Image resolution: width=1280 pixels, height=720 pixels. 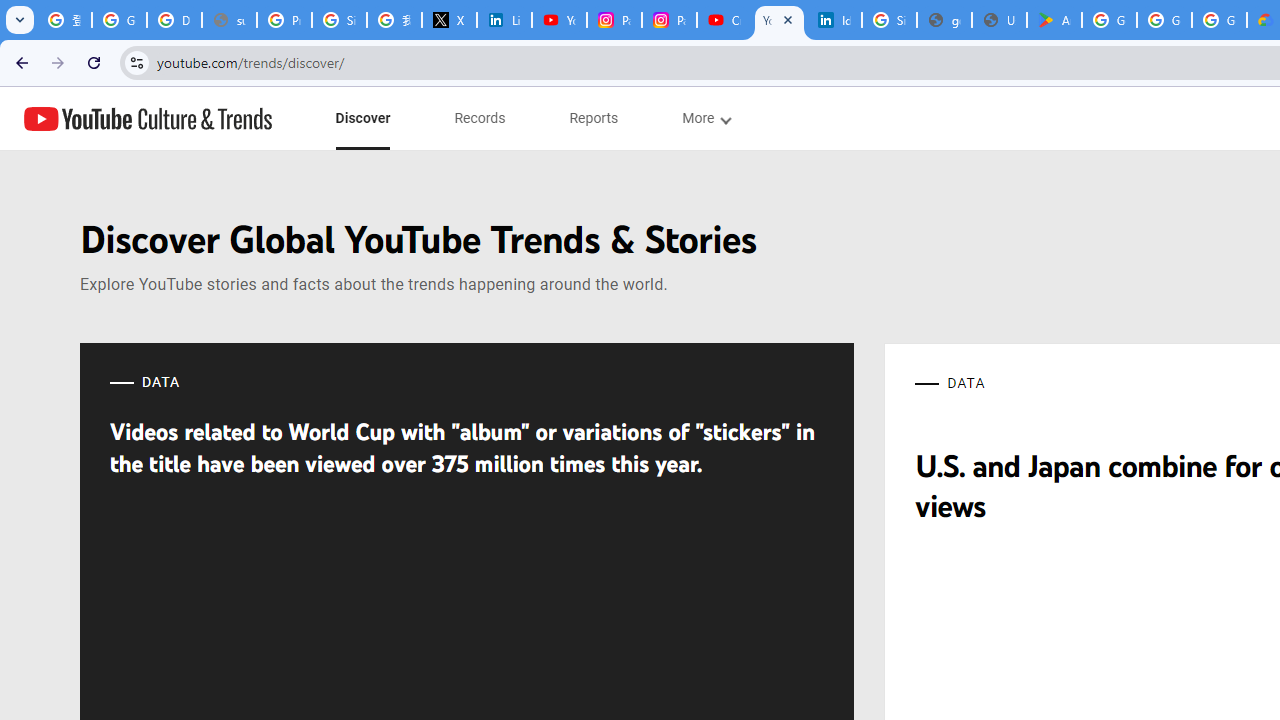 What do you see at coordinates (504, 20) in the screenshot?
I see `'LinkedIn Privacy Policy'` at bounding box center [504, 20].